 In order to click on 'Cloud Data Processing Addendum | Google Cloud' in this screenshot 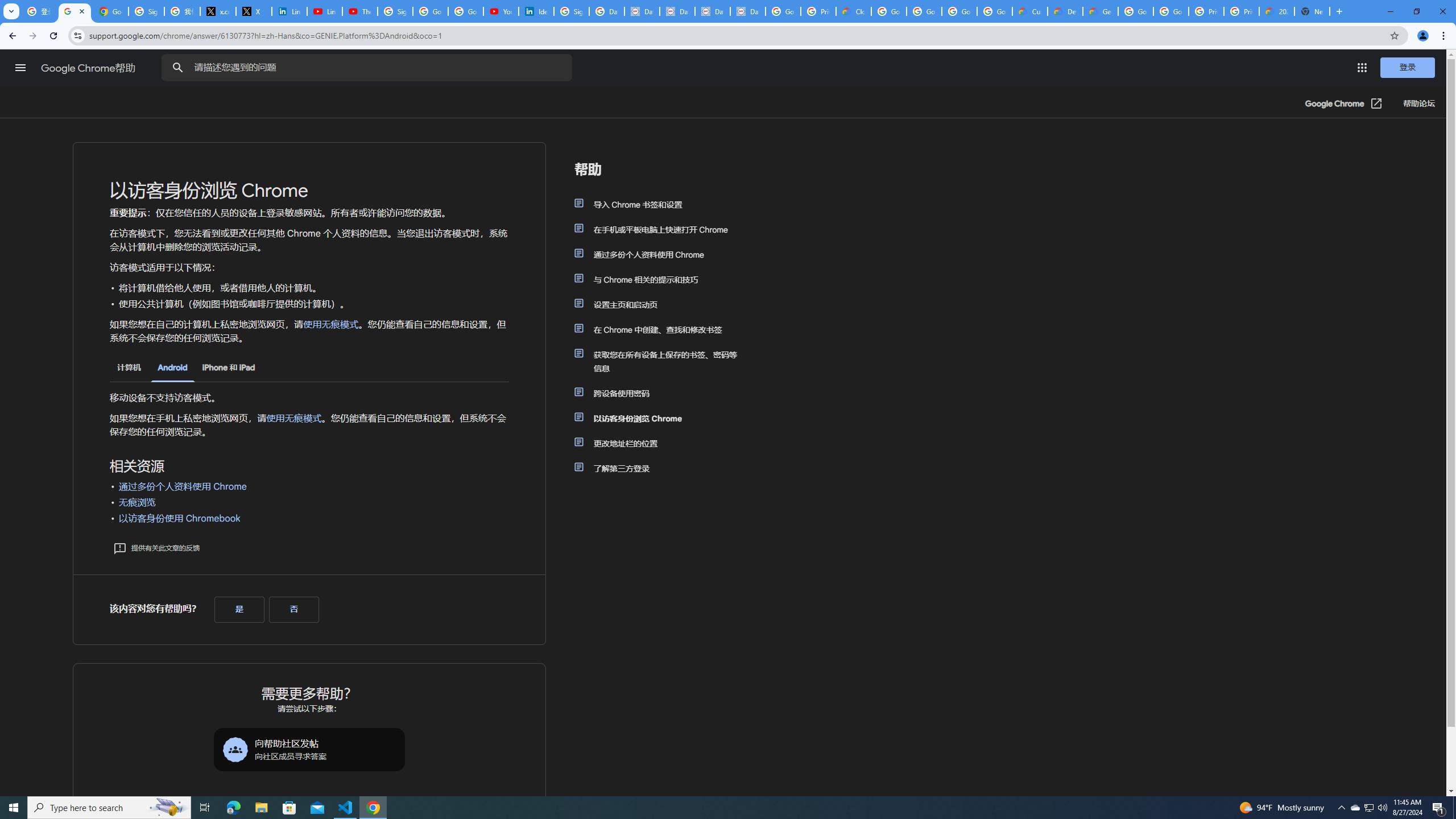, I will do `click(853, 11)`.